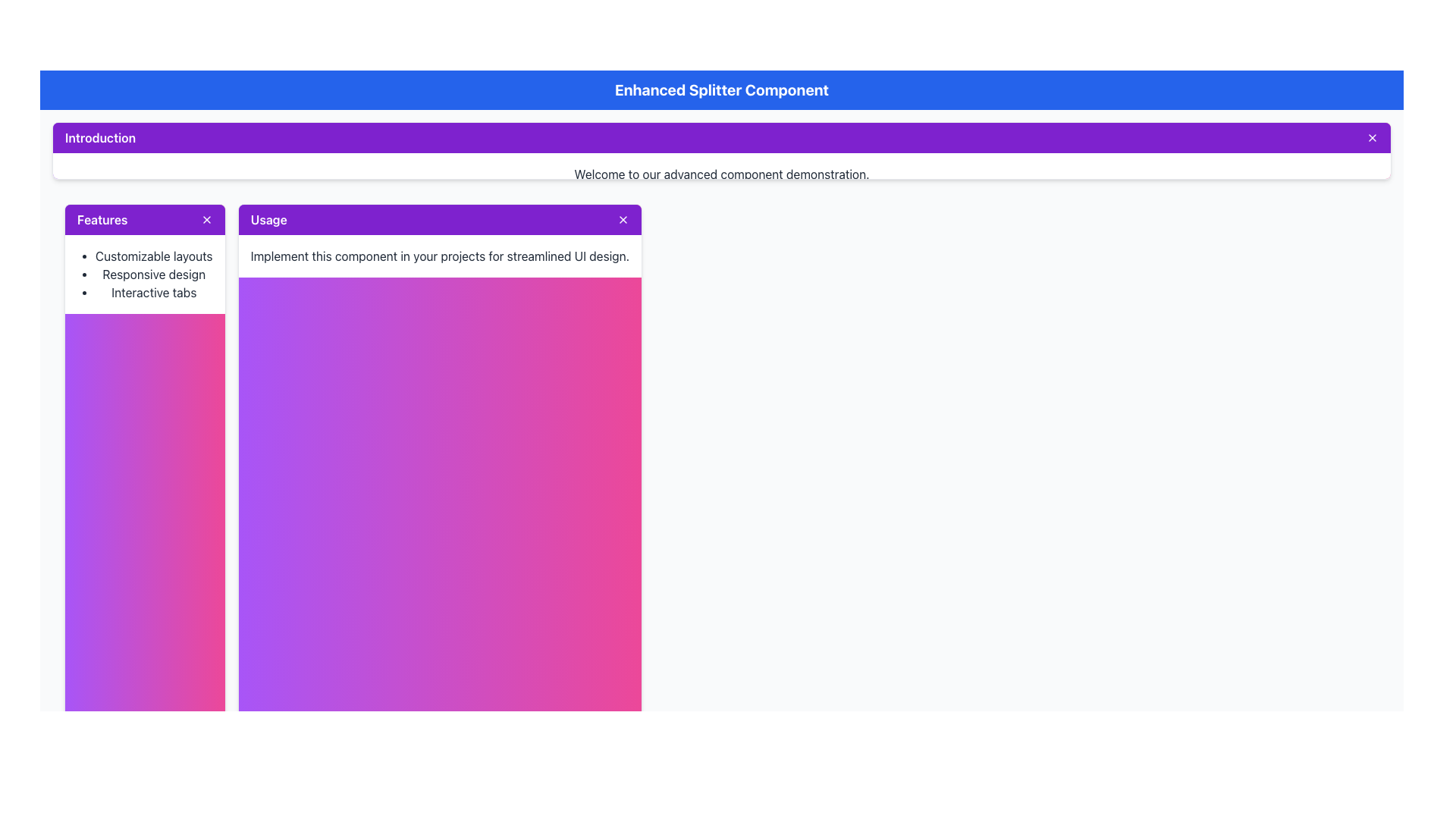 This screenshot has width=1456, height=819. What do you see at coordinates (154, 292) in the screenshot?
I see `the third entry in the Features list, which describes the interactive tabs feature` at bounding box center [154, 292].